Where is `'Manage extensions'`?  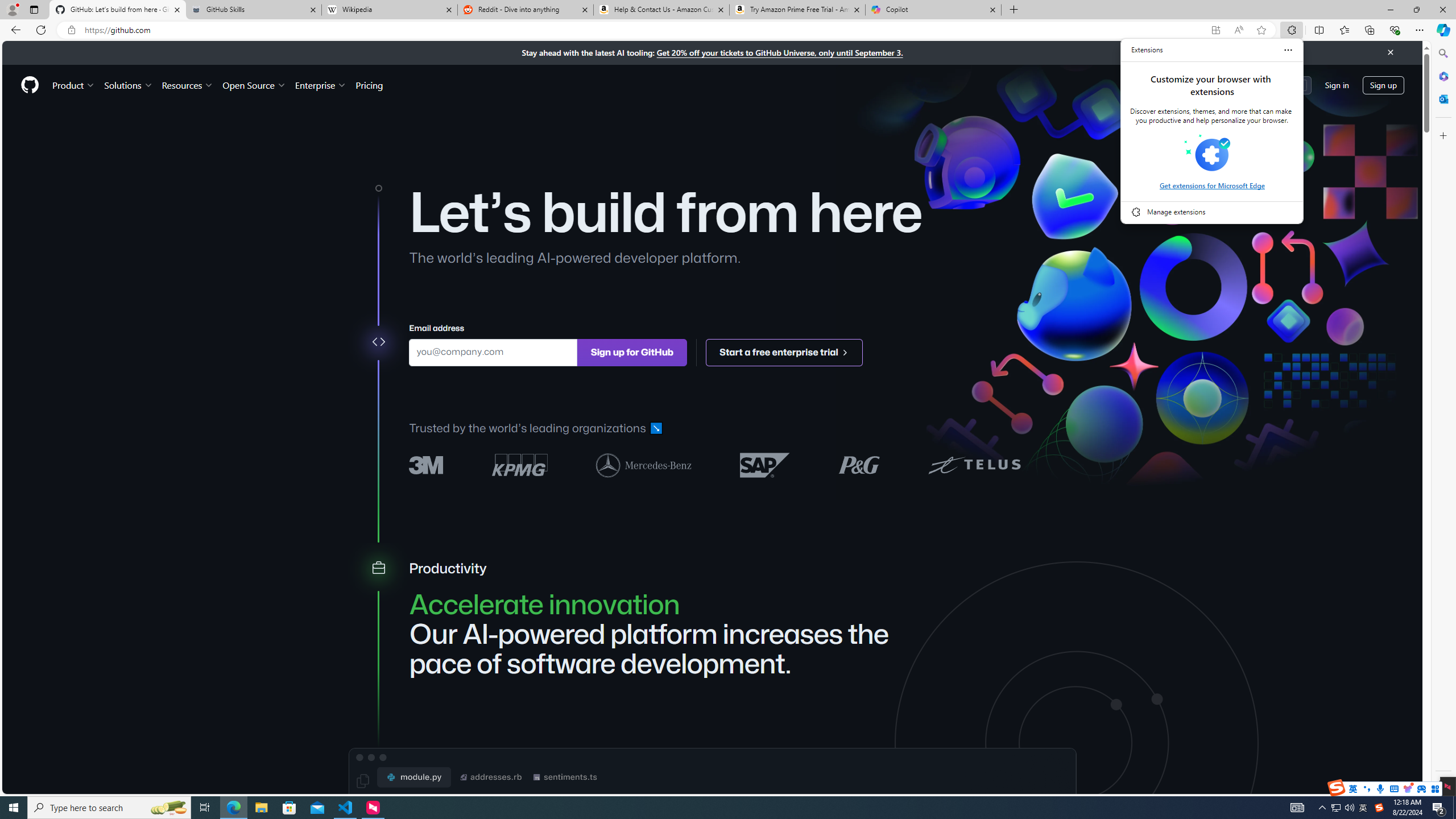 'Manage extensions' is located at coordinates (1212, 211).